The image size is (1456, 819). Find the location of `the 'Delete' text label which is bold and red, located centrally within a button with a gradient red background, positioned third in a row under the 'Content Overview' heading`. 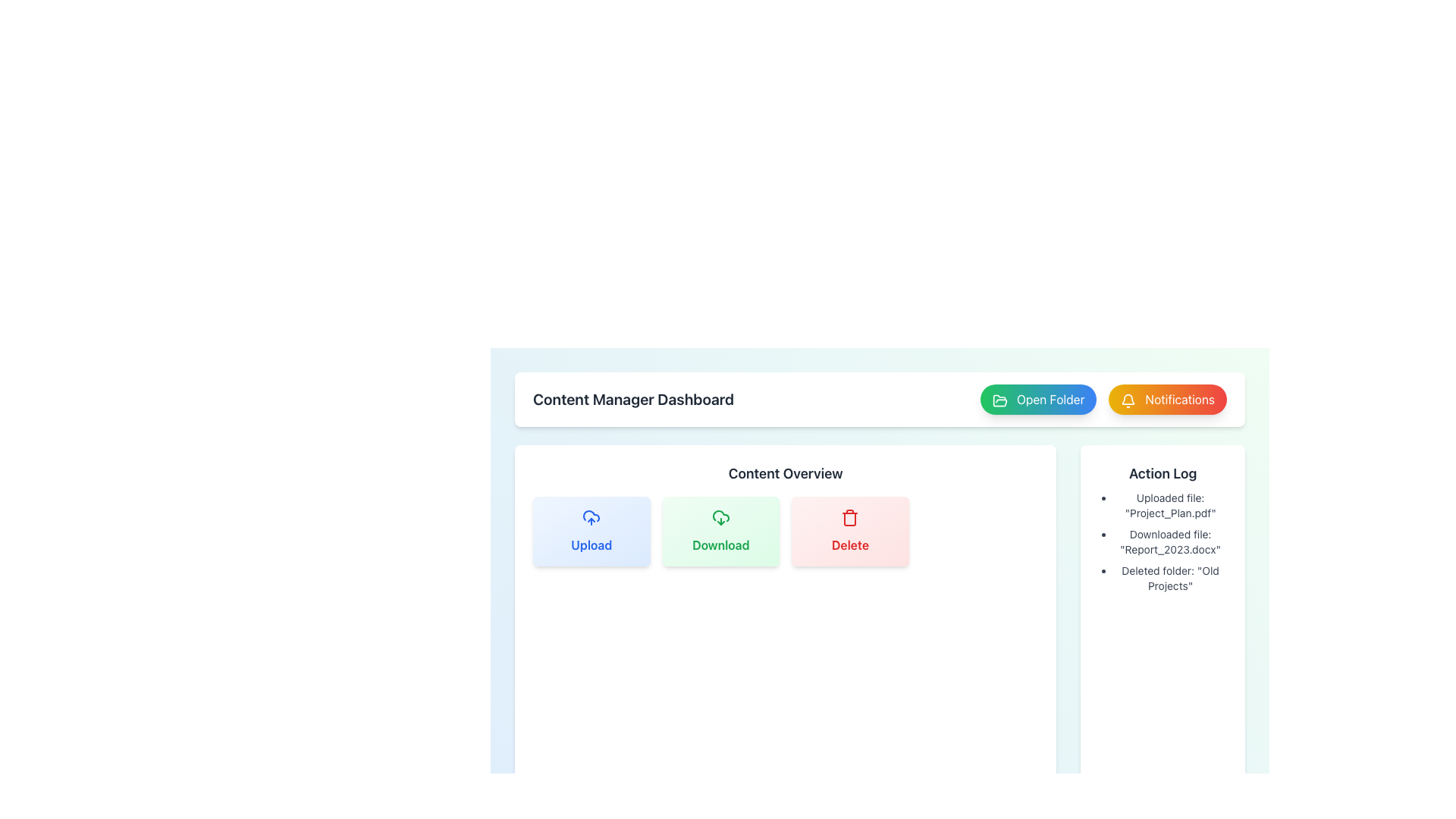

the 'Delete' text label which is bold and red, located centrally within a button with a gradient red background, positioned third in a row under the 'Content Overview' heading is located at coordinates (850, 544).